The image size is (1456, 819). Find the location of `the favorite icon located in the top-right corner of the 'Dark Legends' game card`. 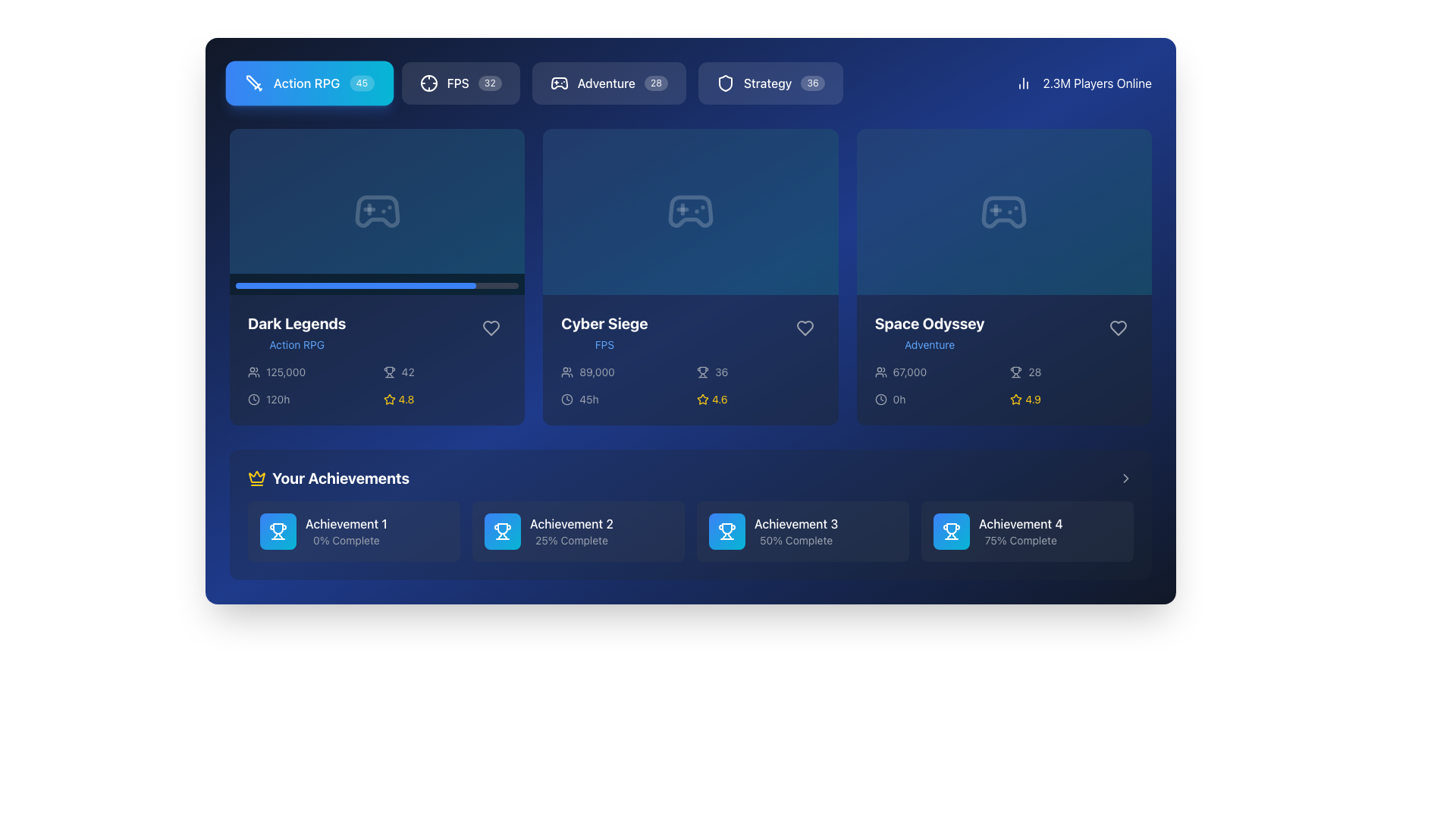

the favorite icon located in the top-right corner of the 'Dark Legends' game card is located at coordinates (491, 327).